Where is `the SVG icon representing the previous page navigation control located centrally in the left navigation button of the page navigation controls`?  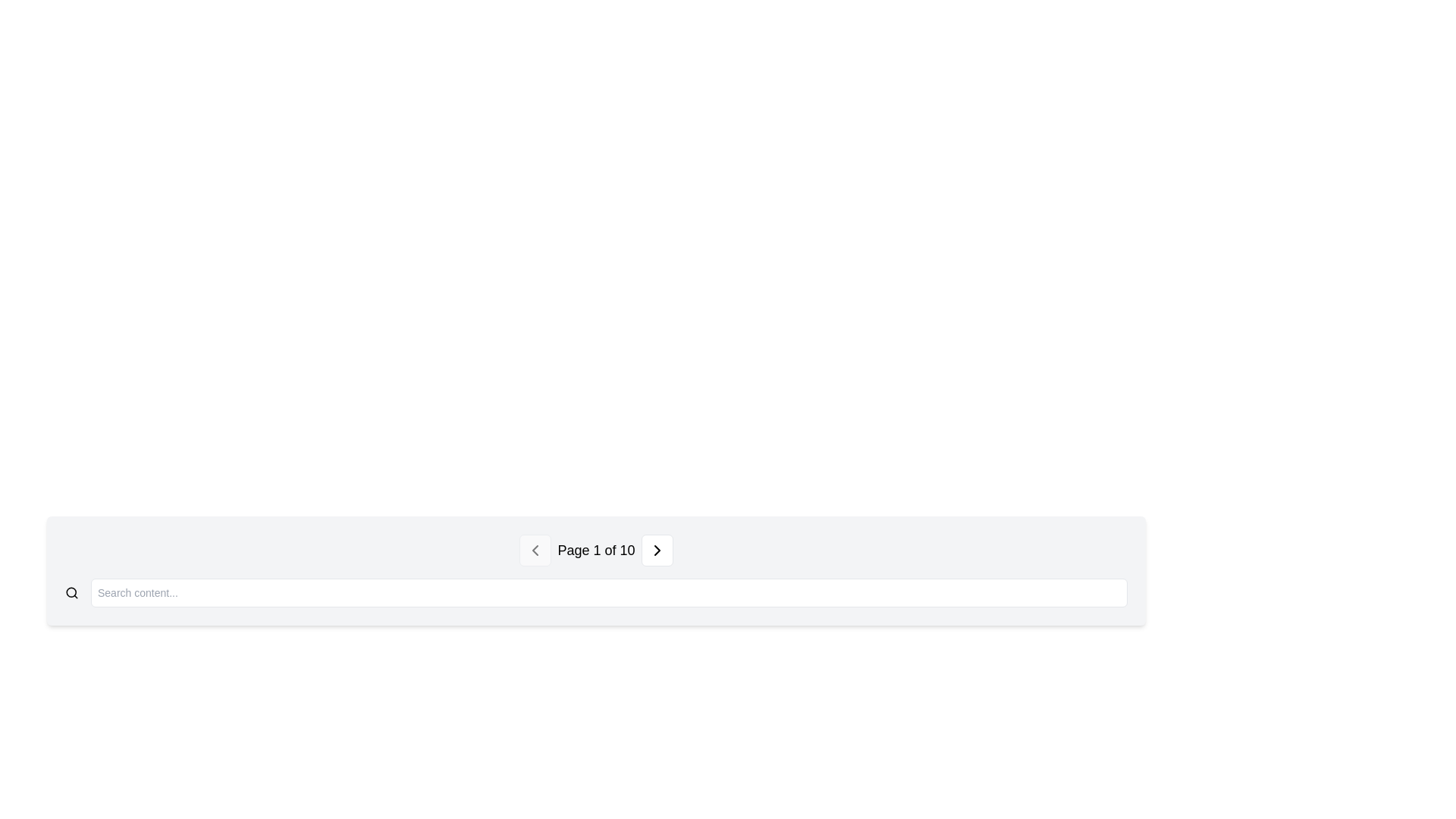
the SVG icon representing the previous page navigation control located centrally in the left navigation button of the page navigation controls is located at coordinates (535, 550).